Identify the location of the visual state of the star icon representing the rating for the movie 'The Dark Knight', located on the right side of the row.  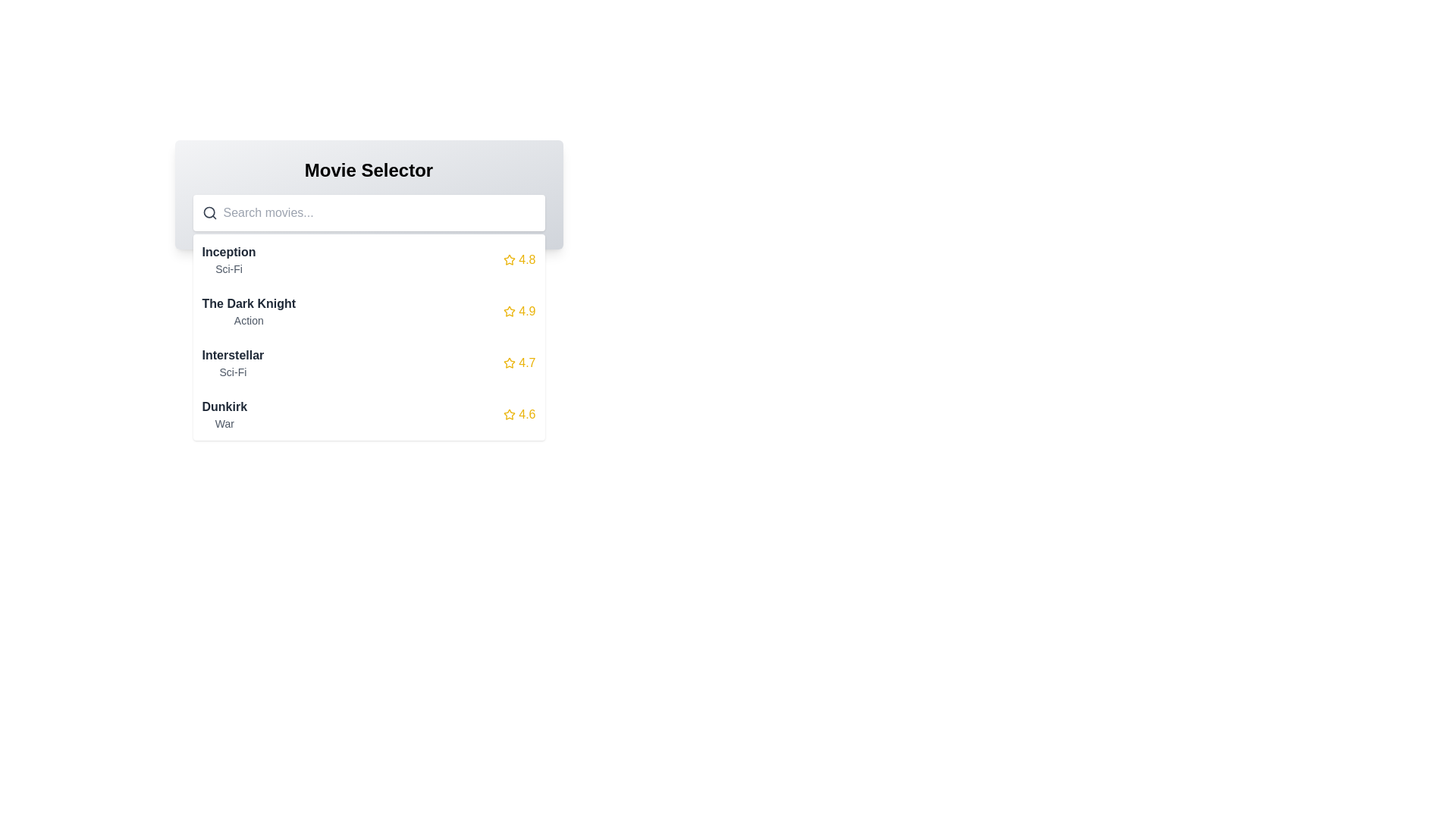
(510, 310).